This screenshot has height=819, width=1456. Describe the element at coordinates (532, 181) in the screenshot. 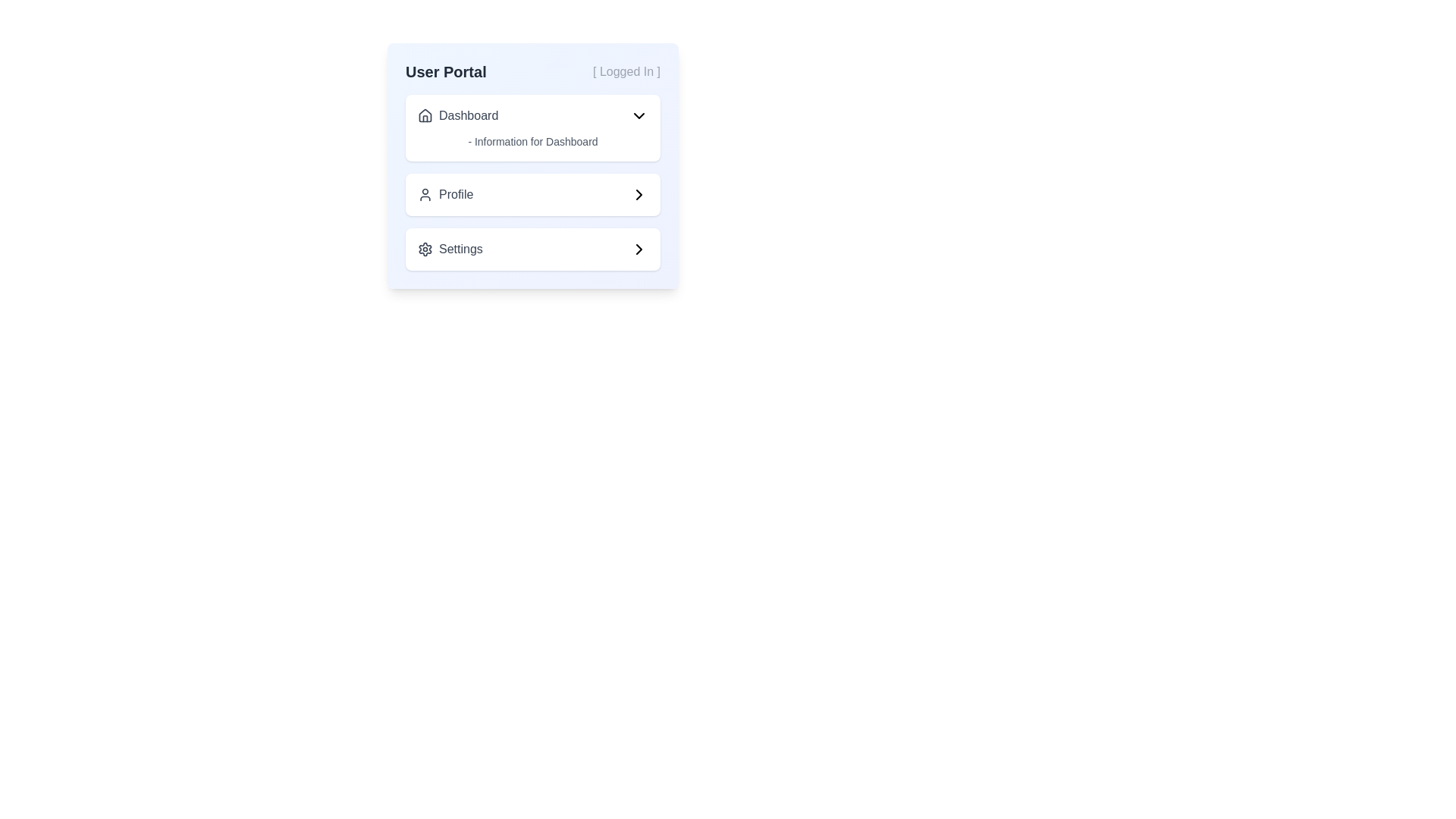

I see `the Navigation button located in the middle of the vertical list under 'User Portal'` at that location.